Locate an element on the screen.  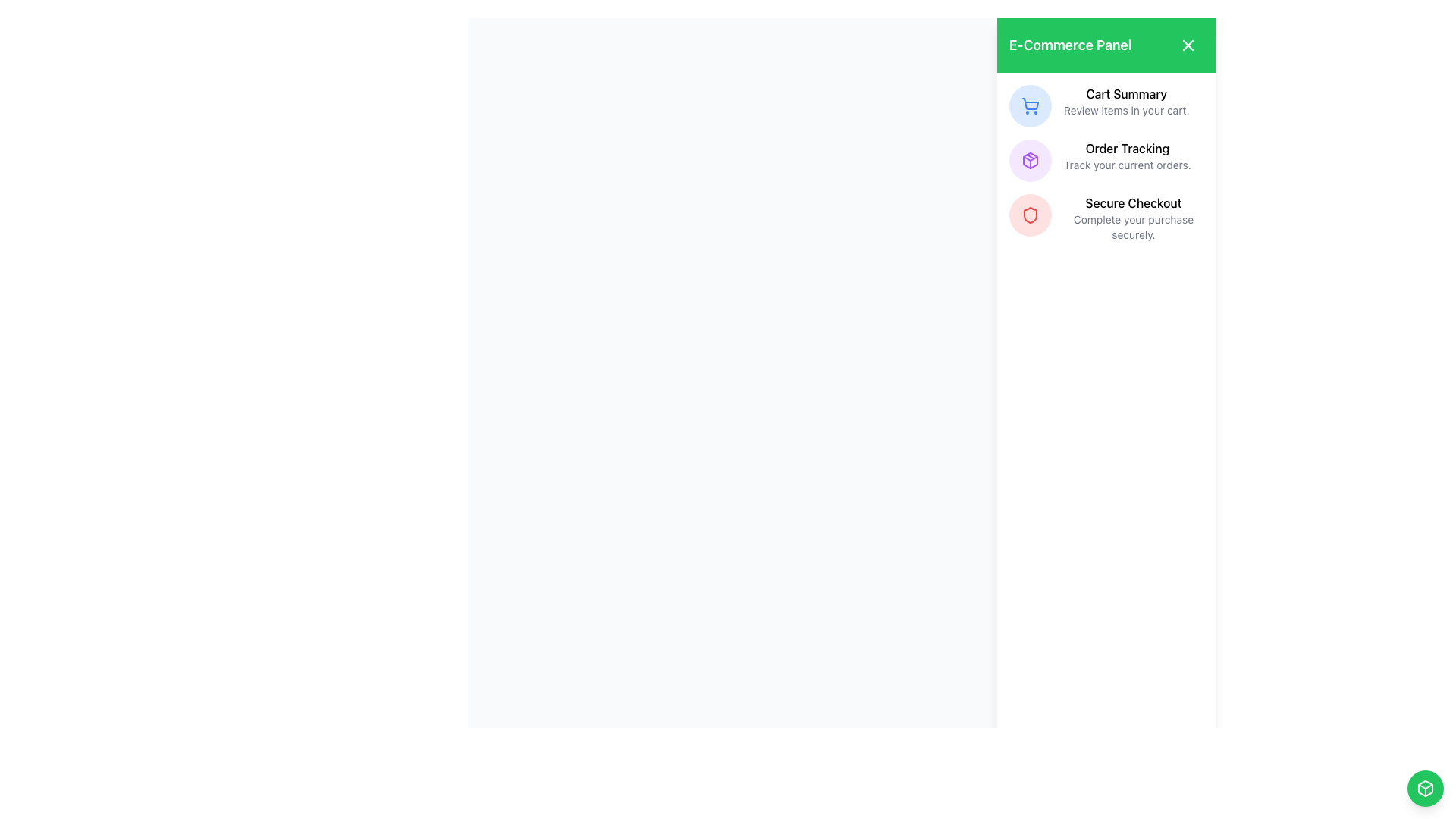
the List Item which has a blue shopping cart icon and bold text 'Cart Summary' in the E-Commerce Panel is located at coordinates (1106, 105).